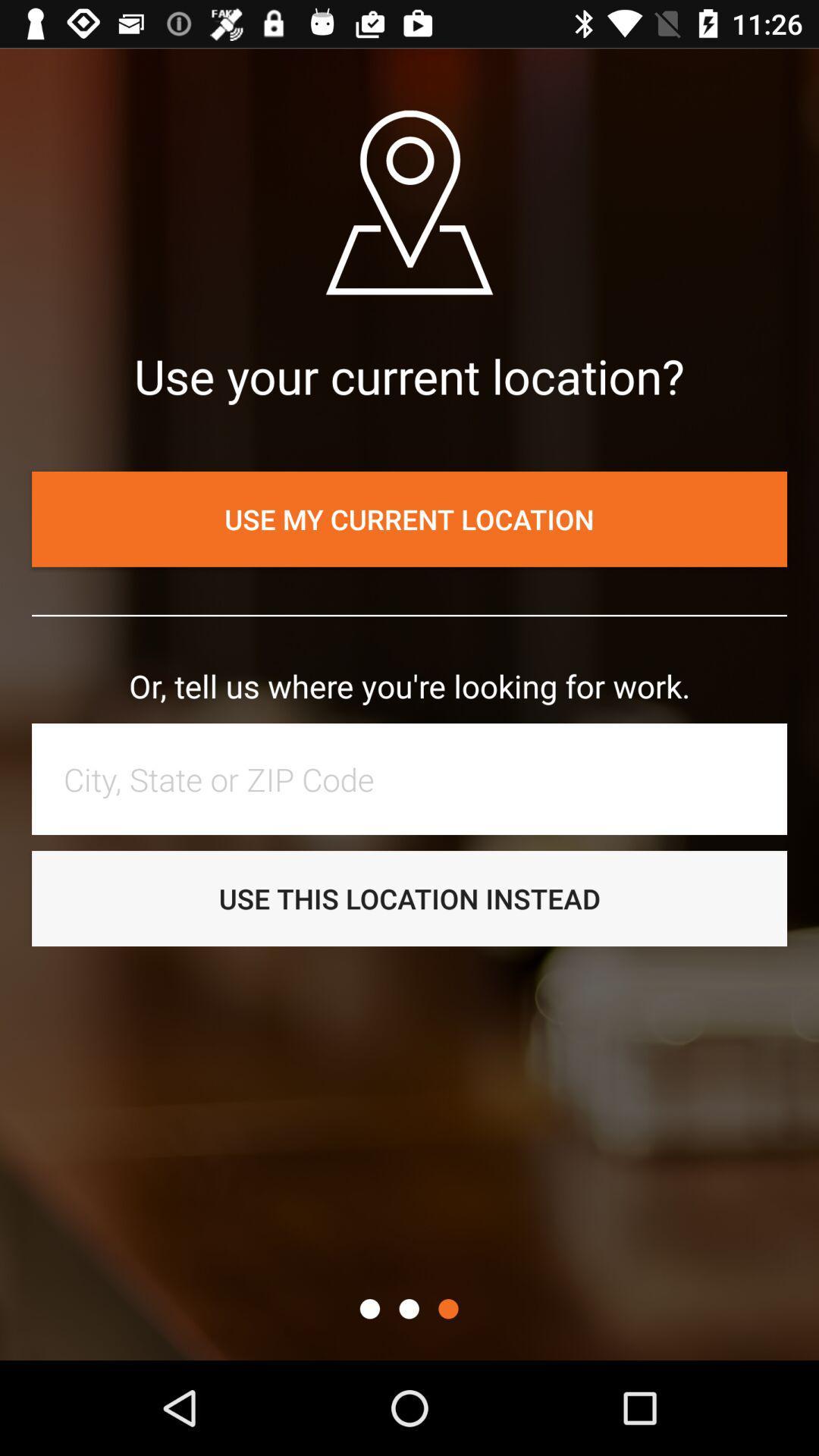 The image size is (819, 1456). Describe the element at coordinates (417, 779) in the screenshot. I see `the icon above use this location` at that location.